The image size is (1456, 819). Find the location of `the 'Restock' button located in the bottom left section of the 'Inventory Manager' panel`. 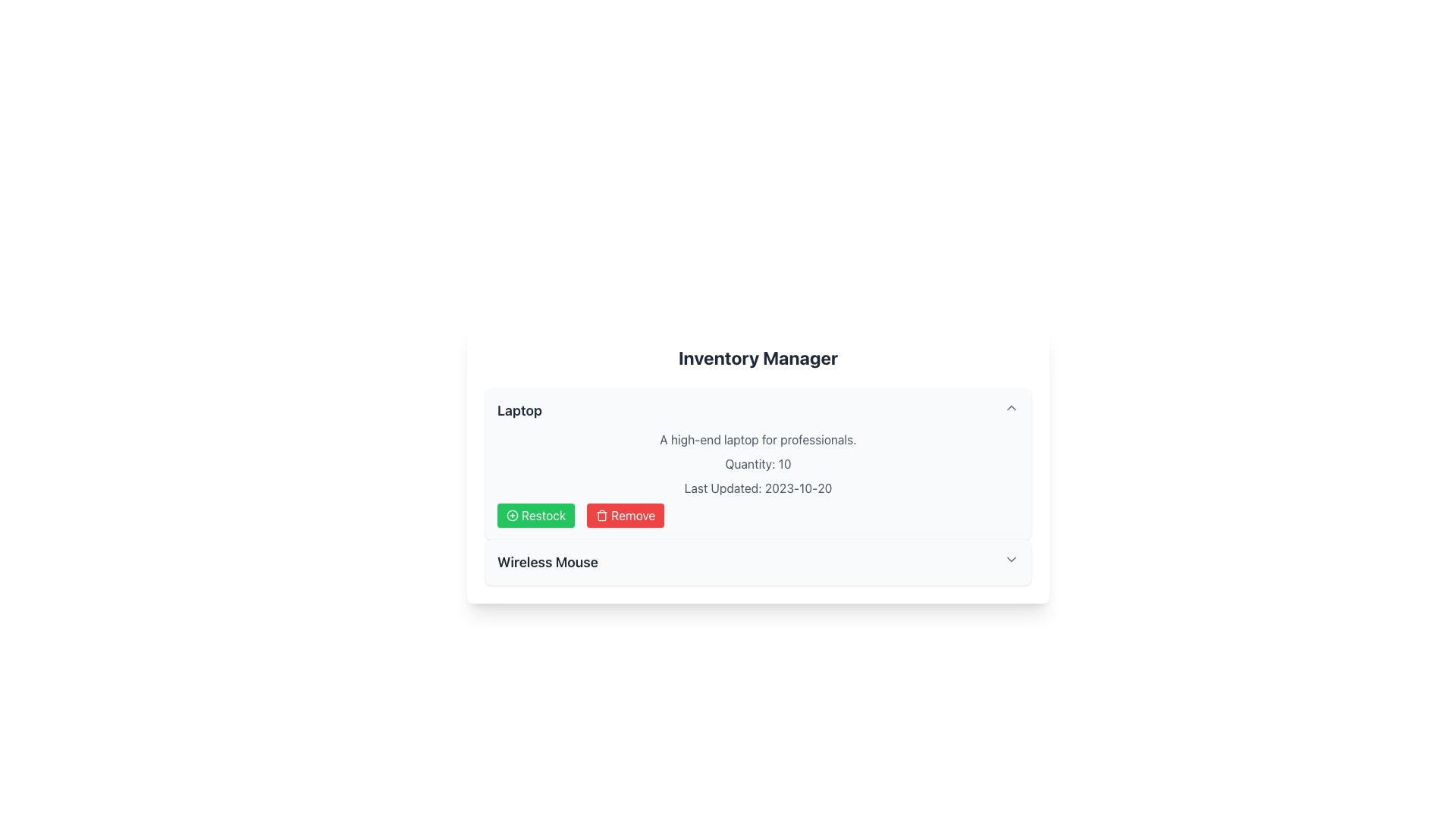

the 'Restock' button located in the bottom left section of the 'Inventory Manager' panel is located at coordinates (536, 514).